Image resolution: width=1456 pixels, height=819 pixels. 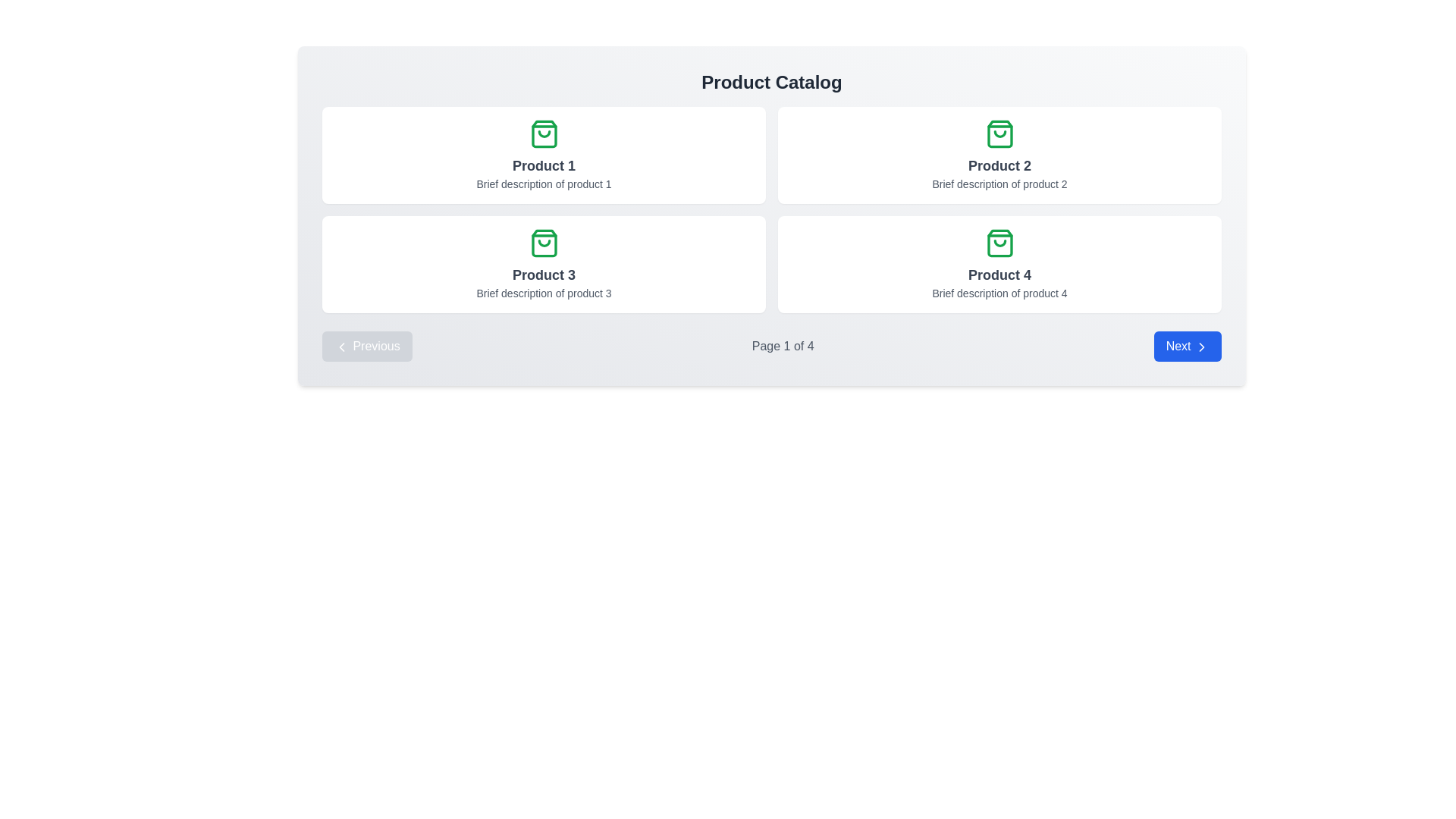 What do you see at coordinates (544, 155) in the screenshot?
I see `the Product card which features a white background, rounded corners, a shadow effect, a green shopping bag icon at the top, bold black text 'Product 1', and smaller gray text 'Brief description of product 1'` at bounding box center [544, 155].